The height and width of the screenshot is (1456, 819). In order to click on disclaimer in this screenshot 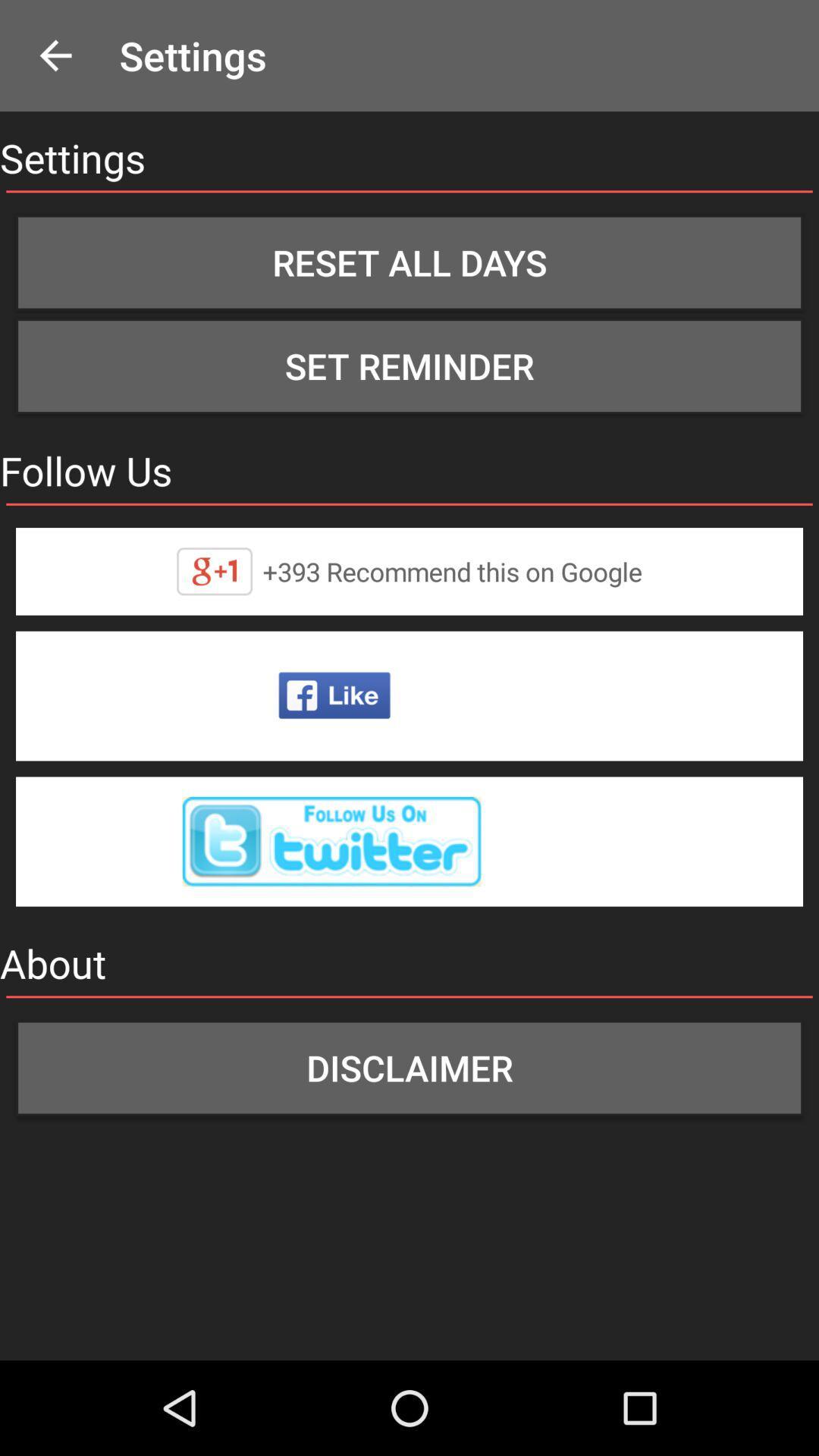, I will do `click(409, 1067)`.